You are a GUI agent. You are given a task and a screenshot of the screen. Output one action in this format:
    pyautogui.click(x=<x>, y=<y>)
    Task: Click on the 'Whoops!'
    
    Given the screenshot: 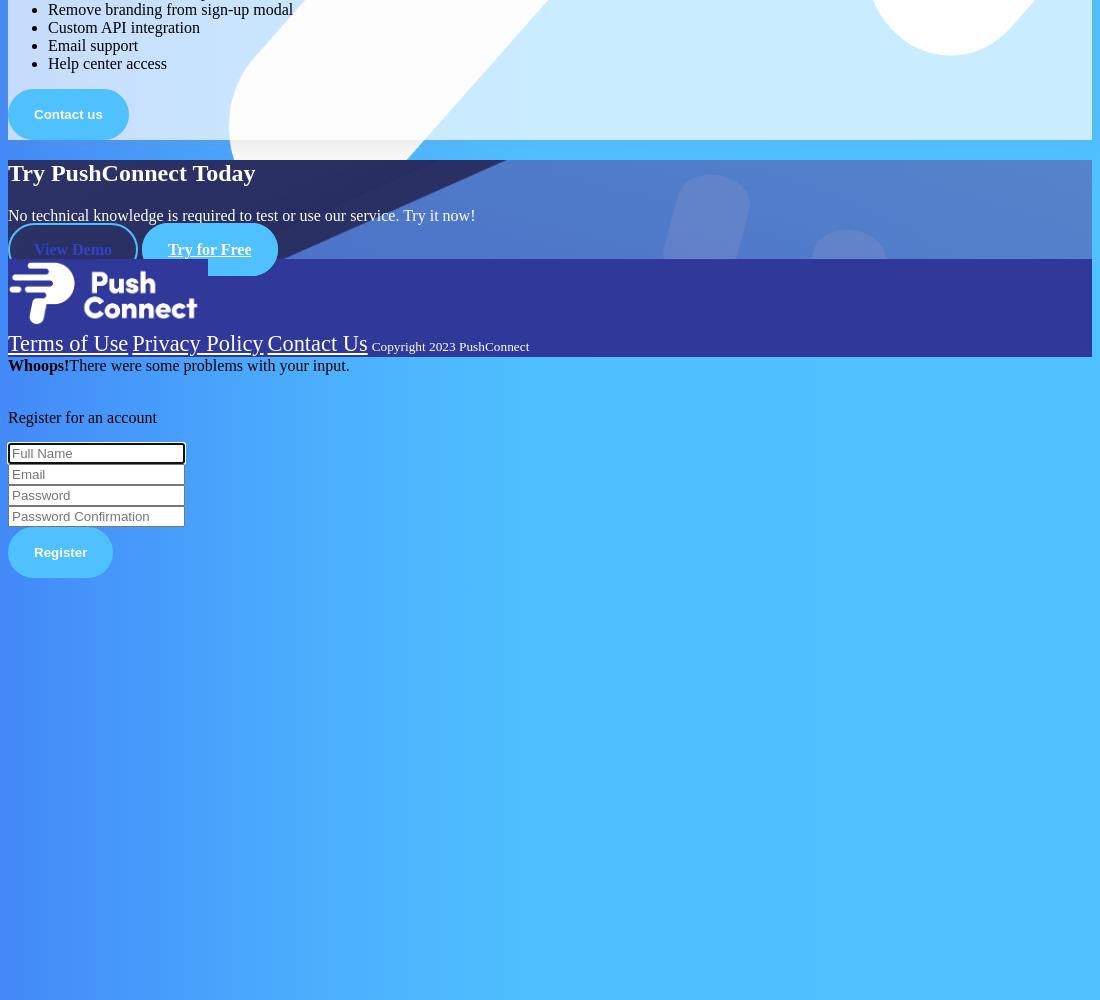 What is the action you would take?
    pyautogui.click(x=7, y=363)
    